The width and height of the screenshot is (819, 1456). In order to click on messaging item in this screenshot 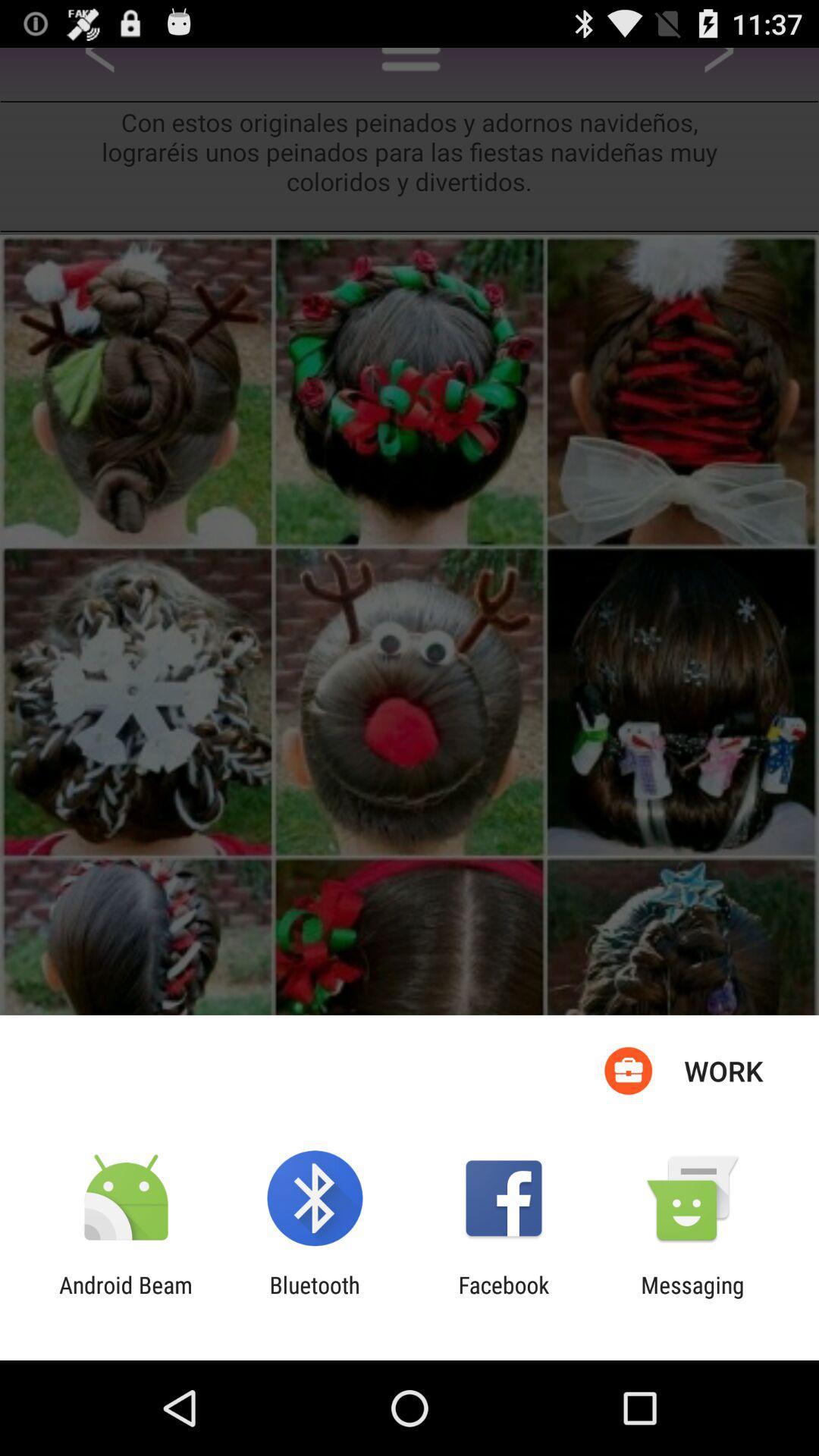, I will do `click(692, 1298)`.